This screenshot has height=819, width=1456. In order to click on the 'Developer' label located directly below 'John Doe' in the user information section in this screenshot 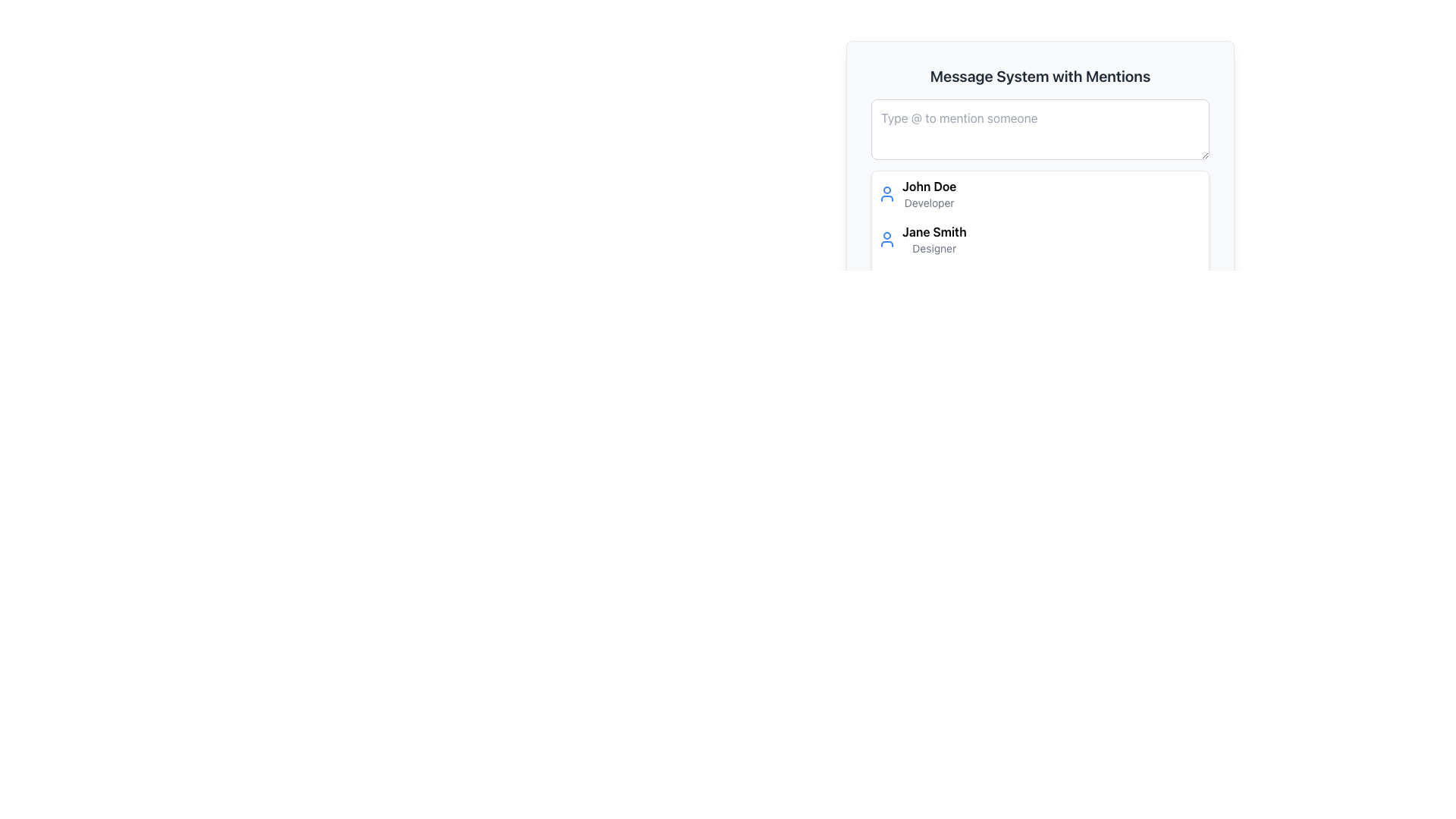, I will do `click(928, 202)`.